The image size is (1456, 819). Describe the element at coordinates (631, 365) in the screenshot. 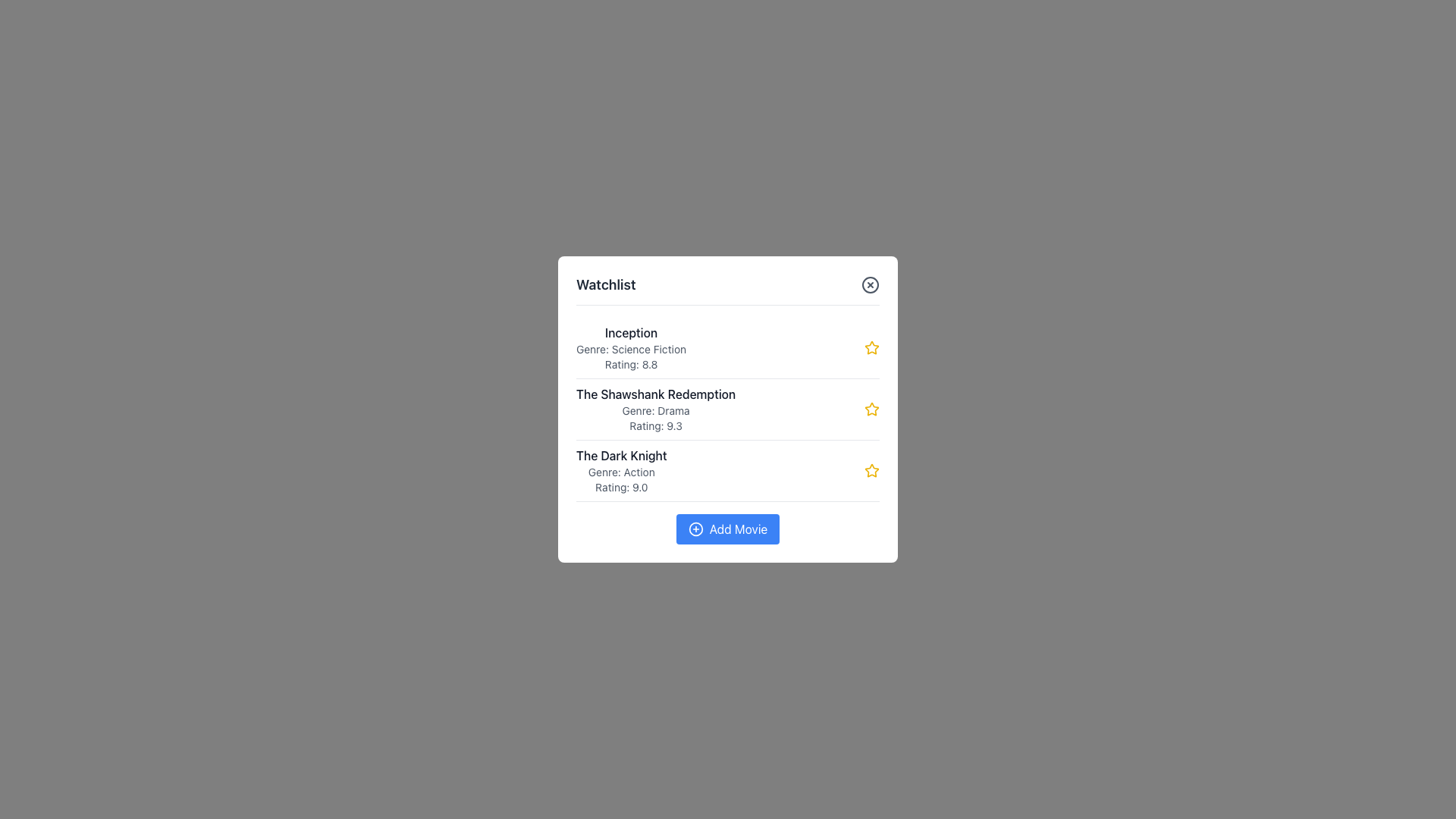

I see `the text label displaying 'Rating: 8.8' located below 'Genre: Science Fiction' in the Watchlist popup for the movie 'Inception'` at that location.